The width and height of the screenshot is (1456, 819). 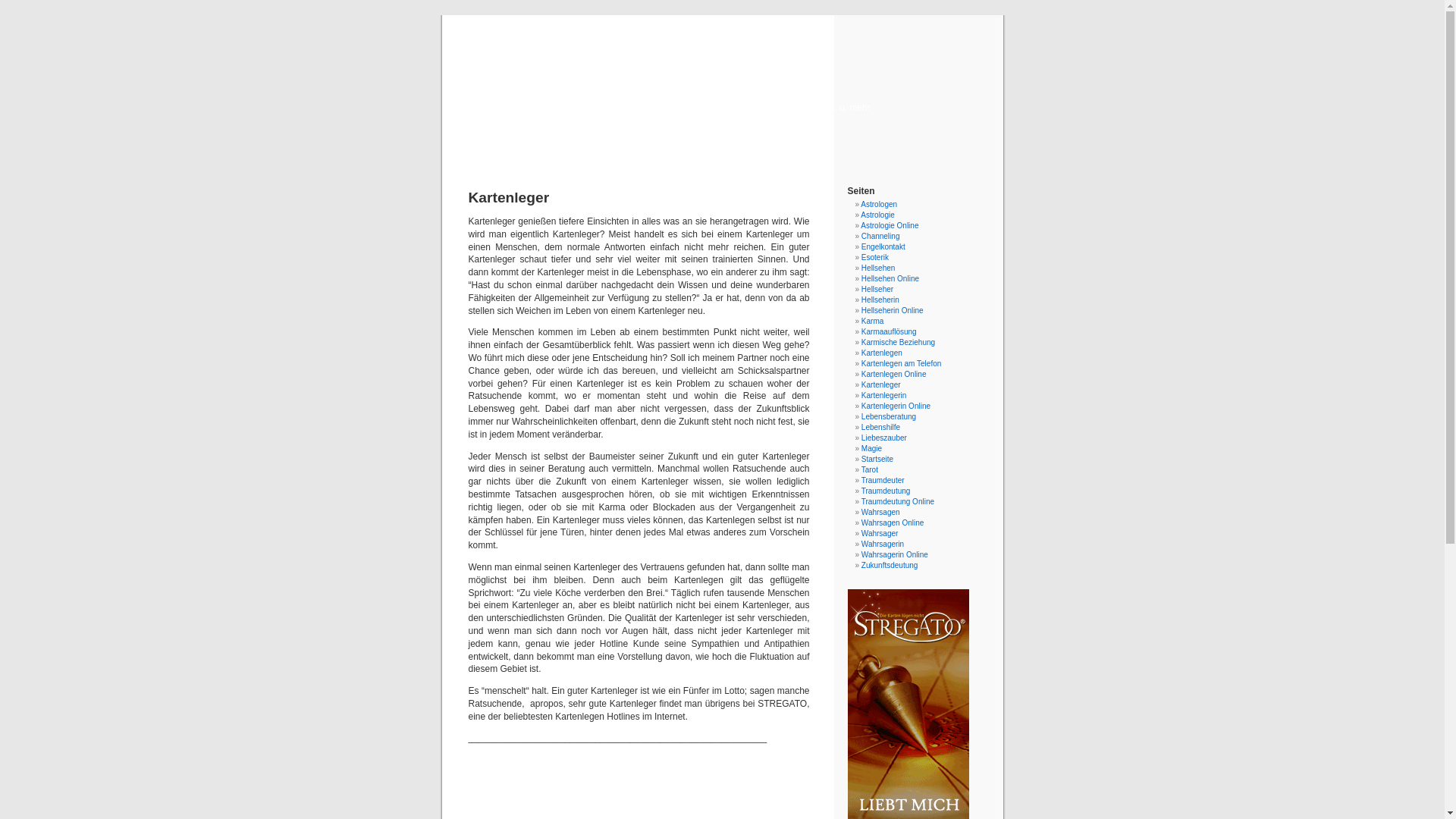 What do you see at coordinates (880, 512) in the screenshot?
I see `'Wahrsagen'` at bounding box center [880, 512].